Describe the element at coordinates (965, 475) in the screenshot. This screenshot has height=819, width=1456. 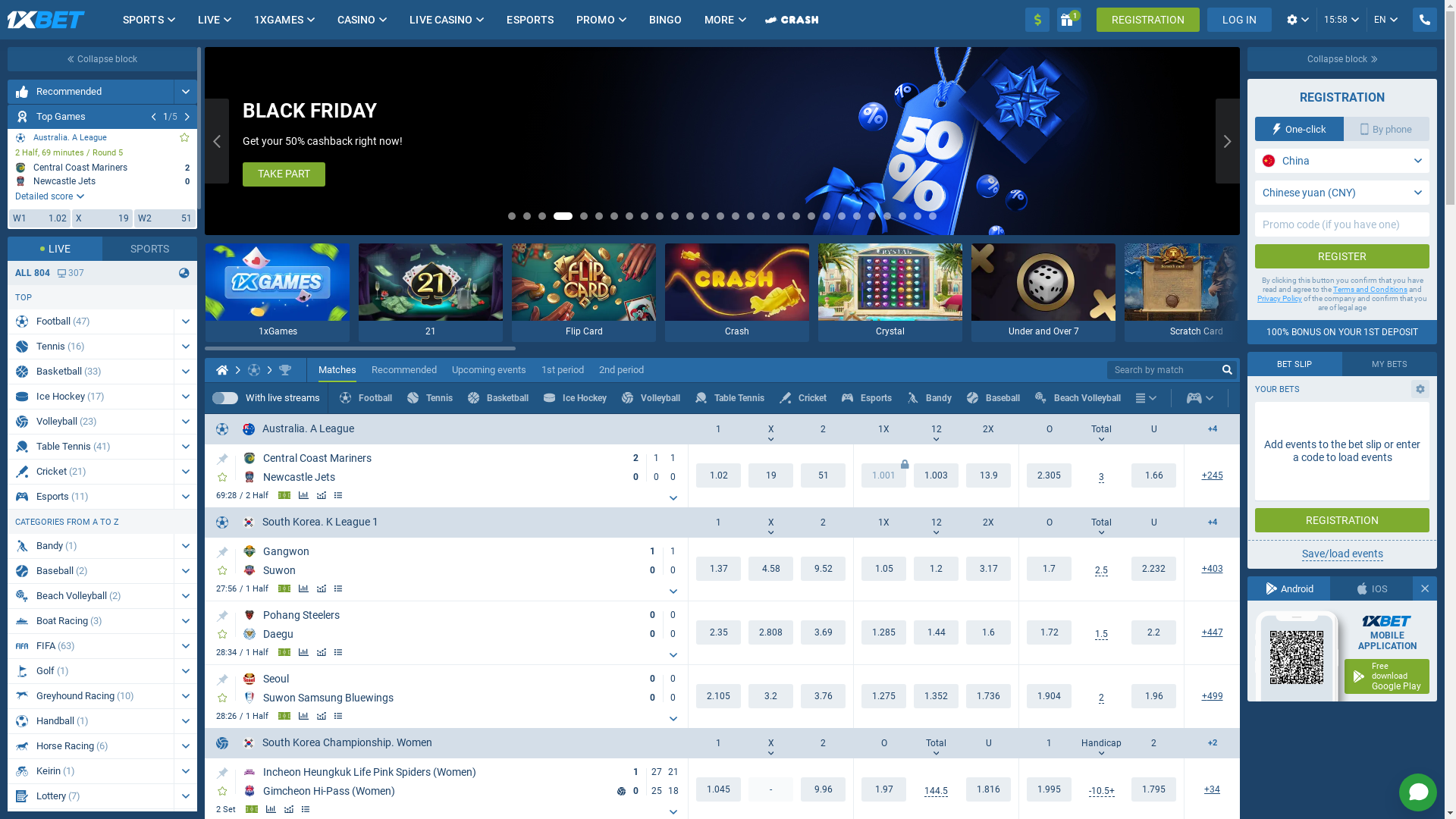
I see `'13.9'` at that location.